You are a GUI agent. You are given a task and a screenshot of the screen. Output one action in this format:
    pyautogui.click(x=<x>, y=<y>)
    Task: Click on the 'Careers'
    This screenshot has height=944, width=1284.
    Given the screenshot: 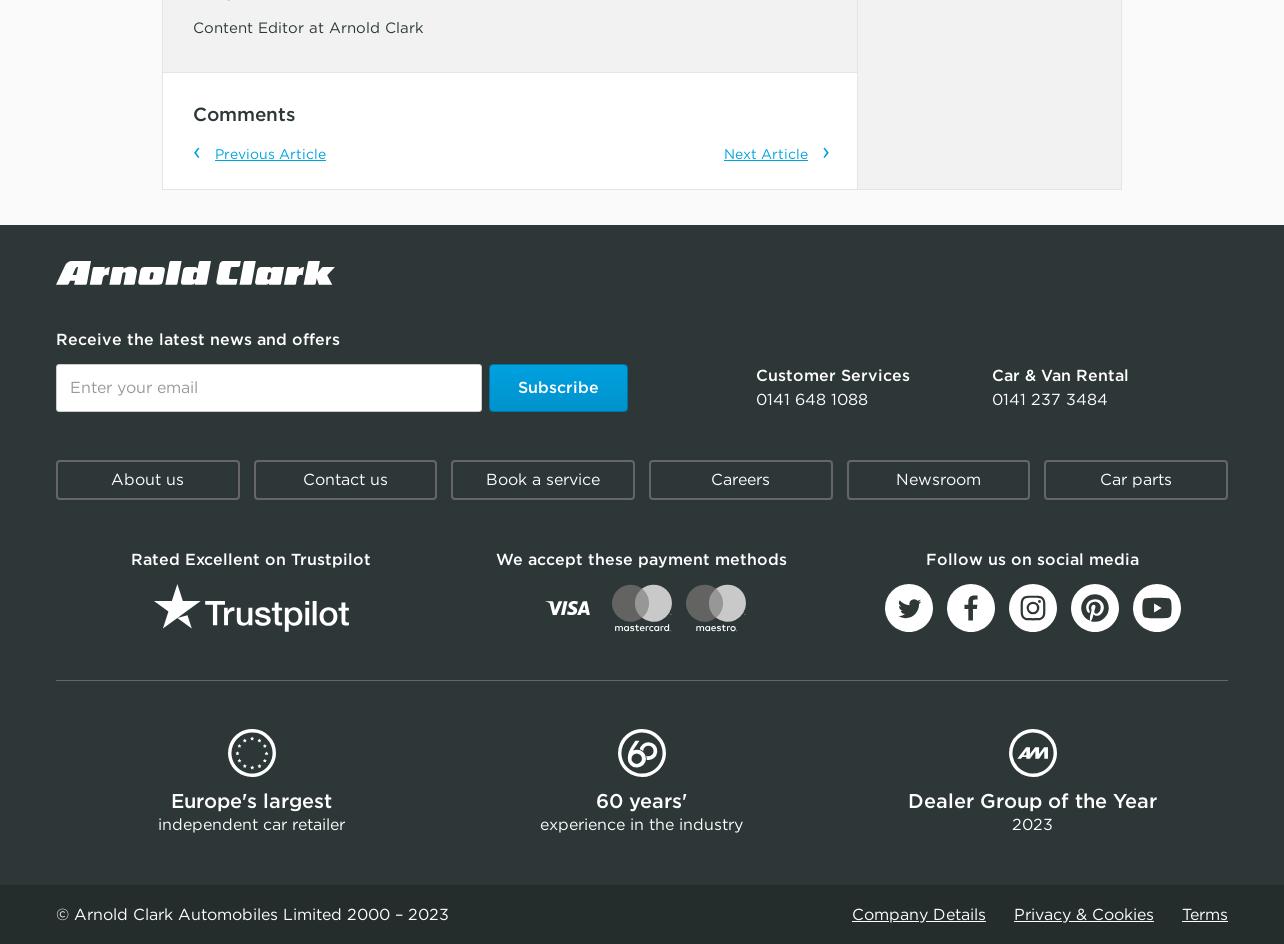 What is the action you would take?
    pyautogui.click(x=710, y=478)
    